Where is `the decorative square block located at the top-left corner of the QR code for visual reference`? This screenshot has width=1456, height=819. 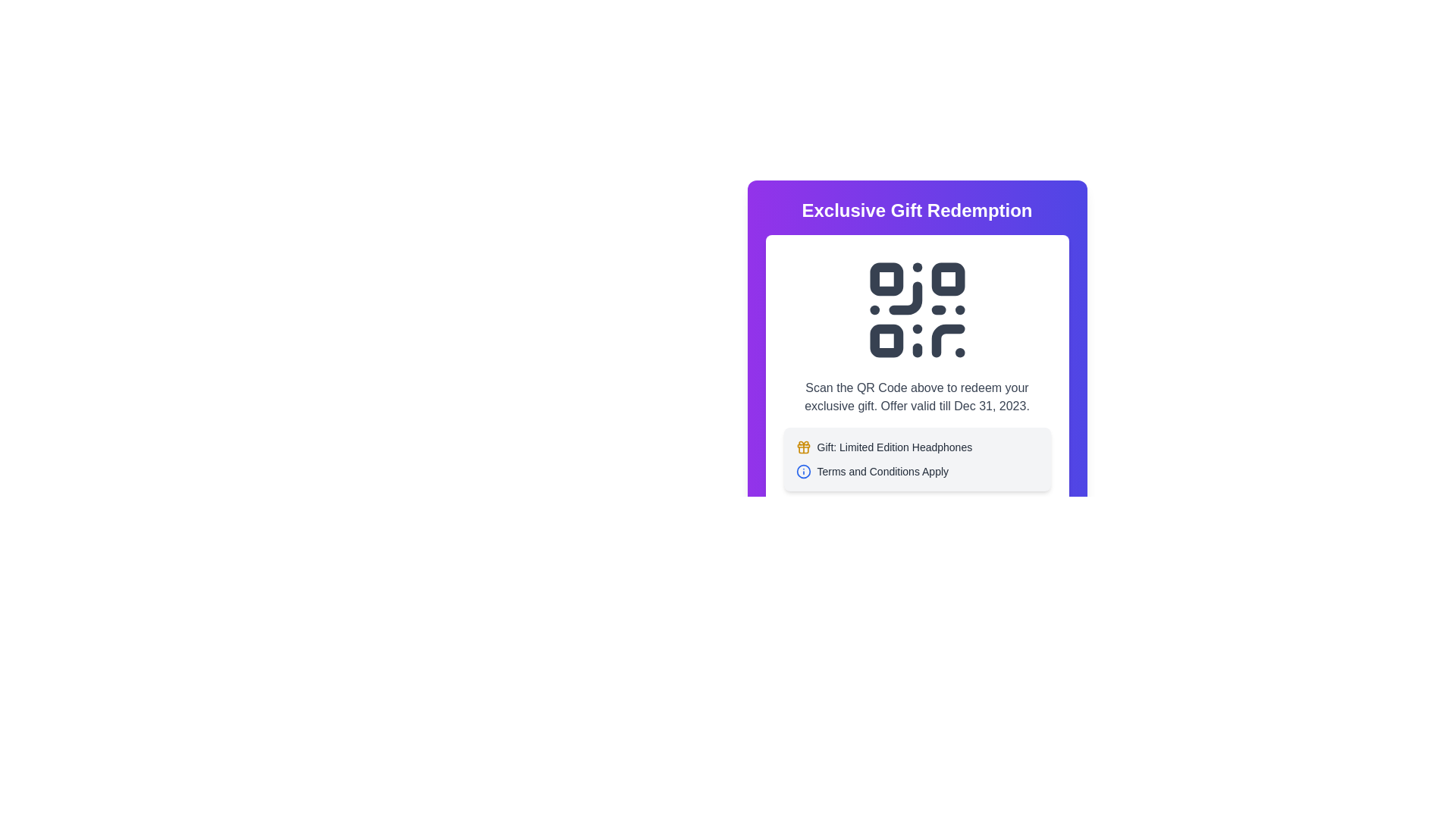
the decorative square block located at the top-left corner of the QR code for visual reference is located at coordinates (886, 279).